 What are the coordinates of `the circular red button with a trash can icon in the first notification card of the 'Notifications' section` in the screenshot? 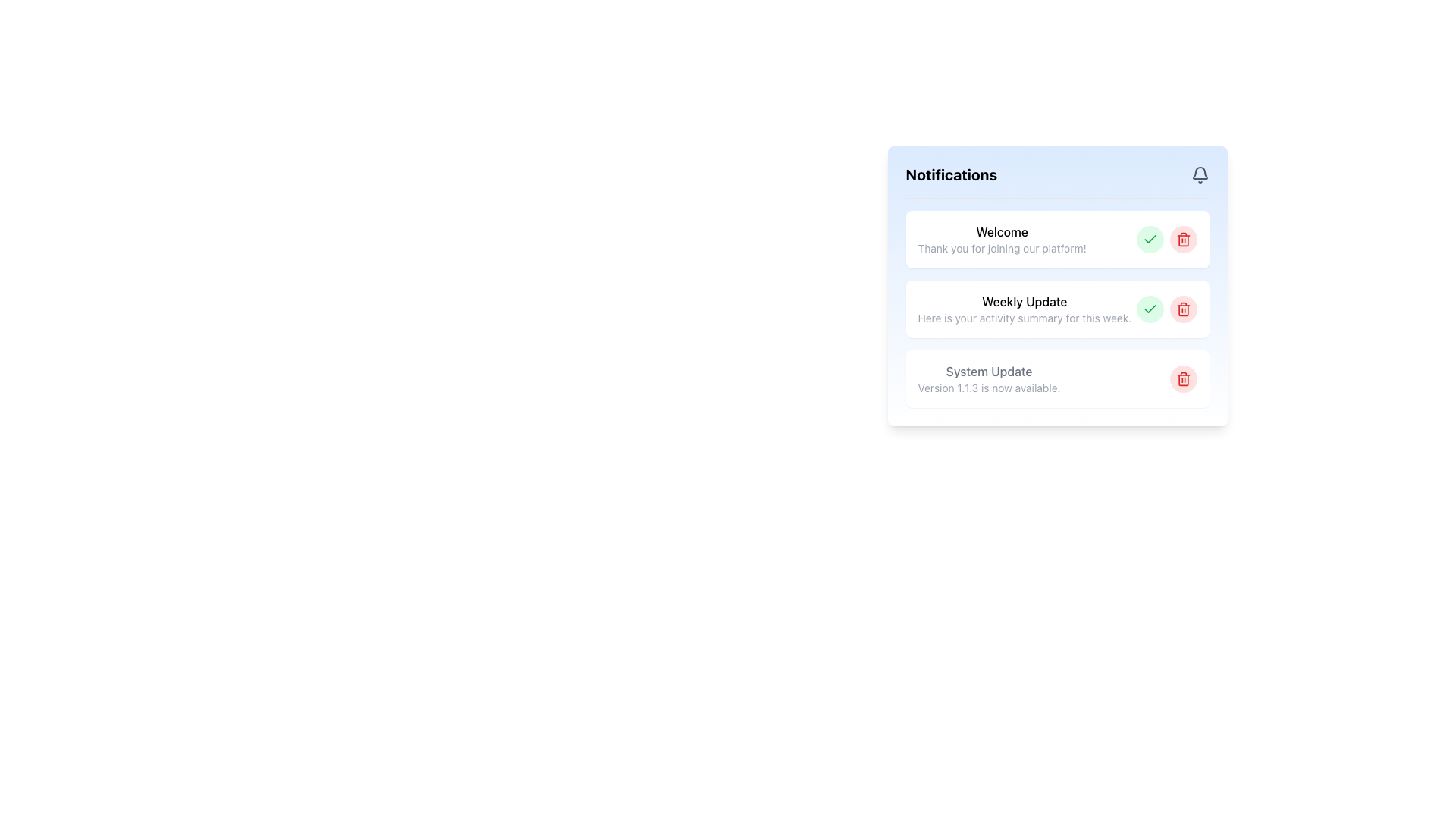 It's located at (1182, 239).